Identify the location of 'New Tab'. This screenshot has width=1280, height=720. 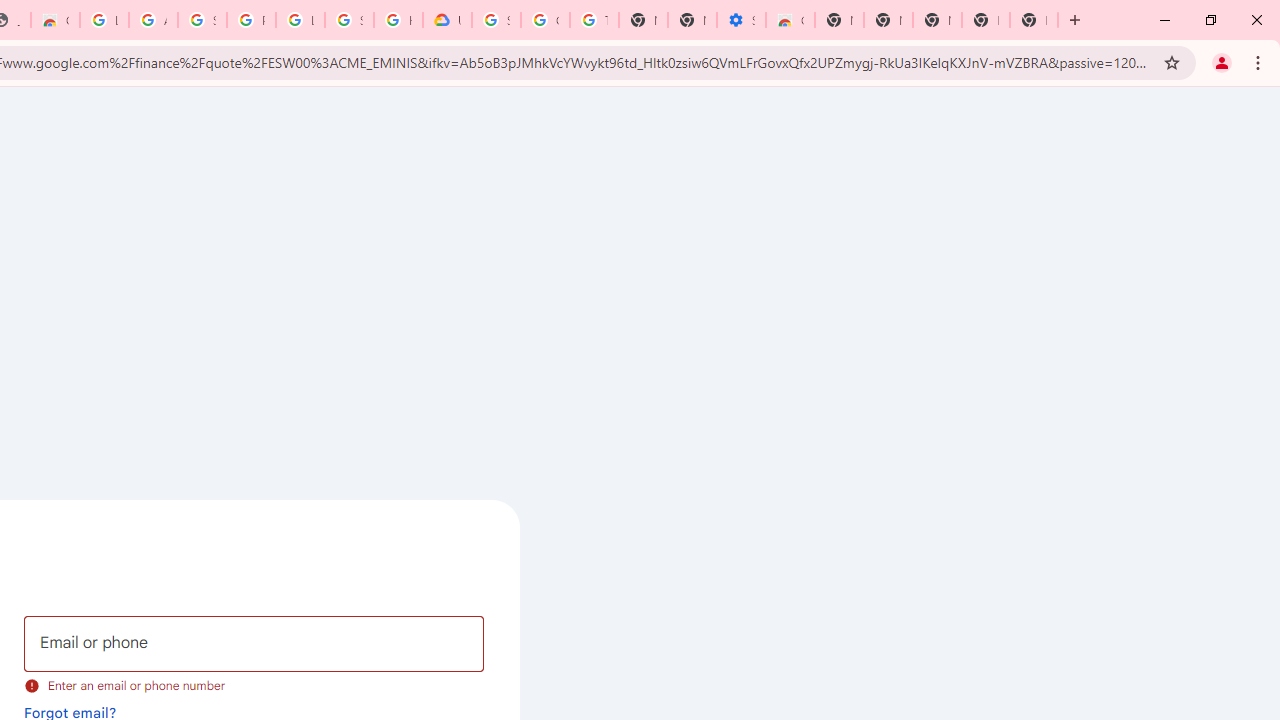
(1034, 20).